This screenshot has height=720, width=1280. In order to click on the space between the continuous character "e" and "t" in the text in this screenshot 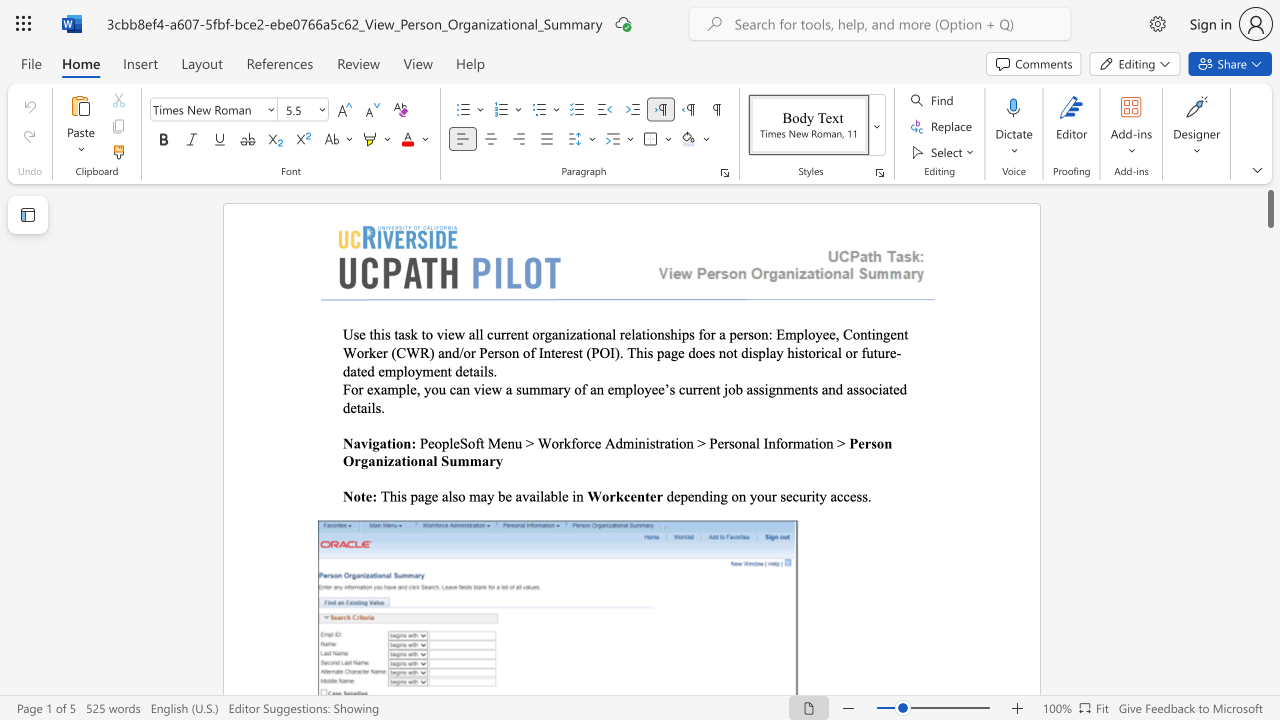, I will do `click(467, 371)`.